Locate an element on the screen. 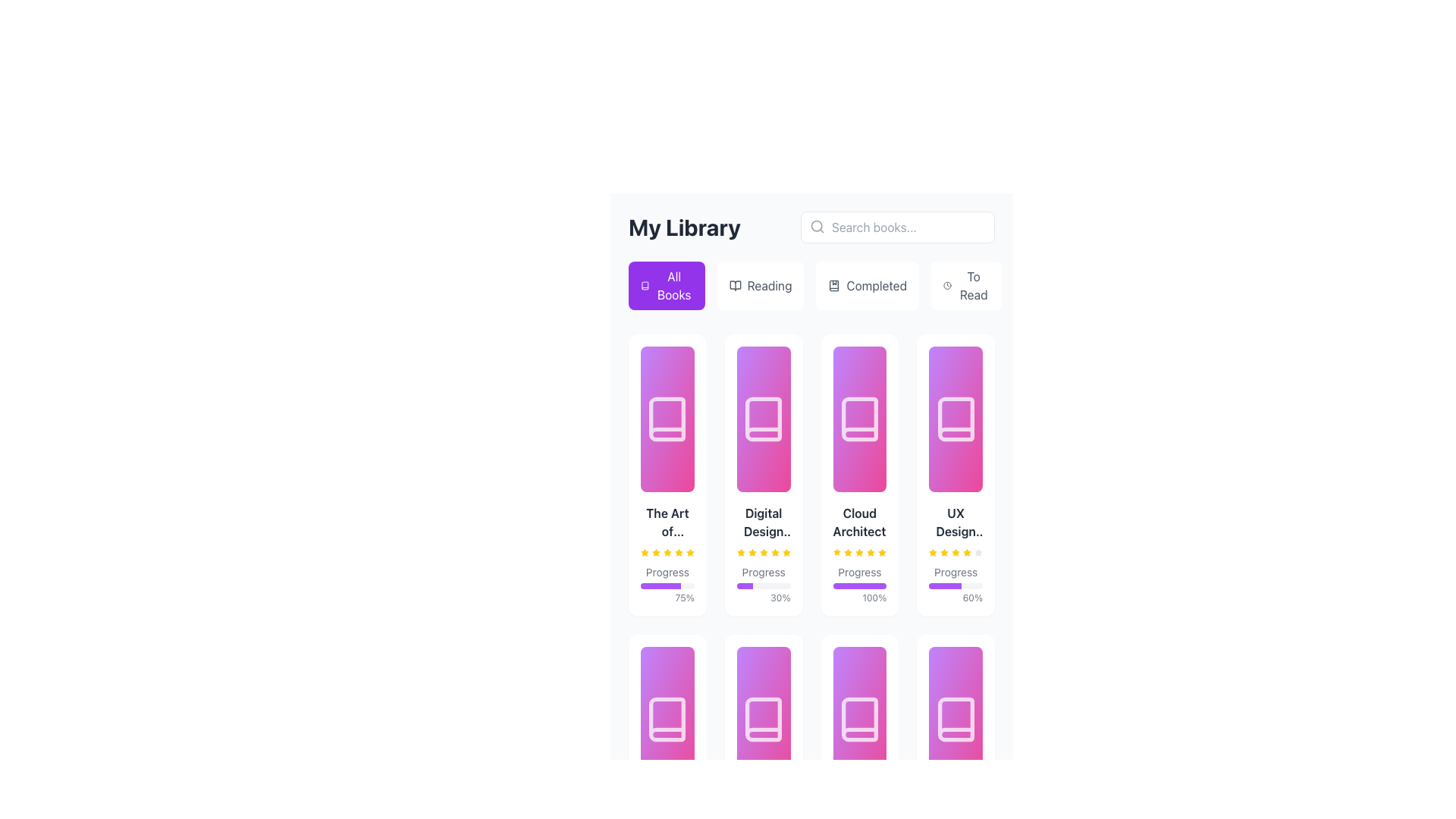 This screenshot has width=1456, height=819. the third yellow filled star icon is located at coordinates (943, 553).